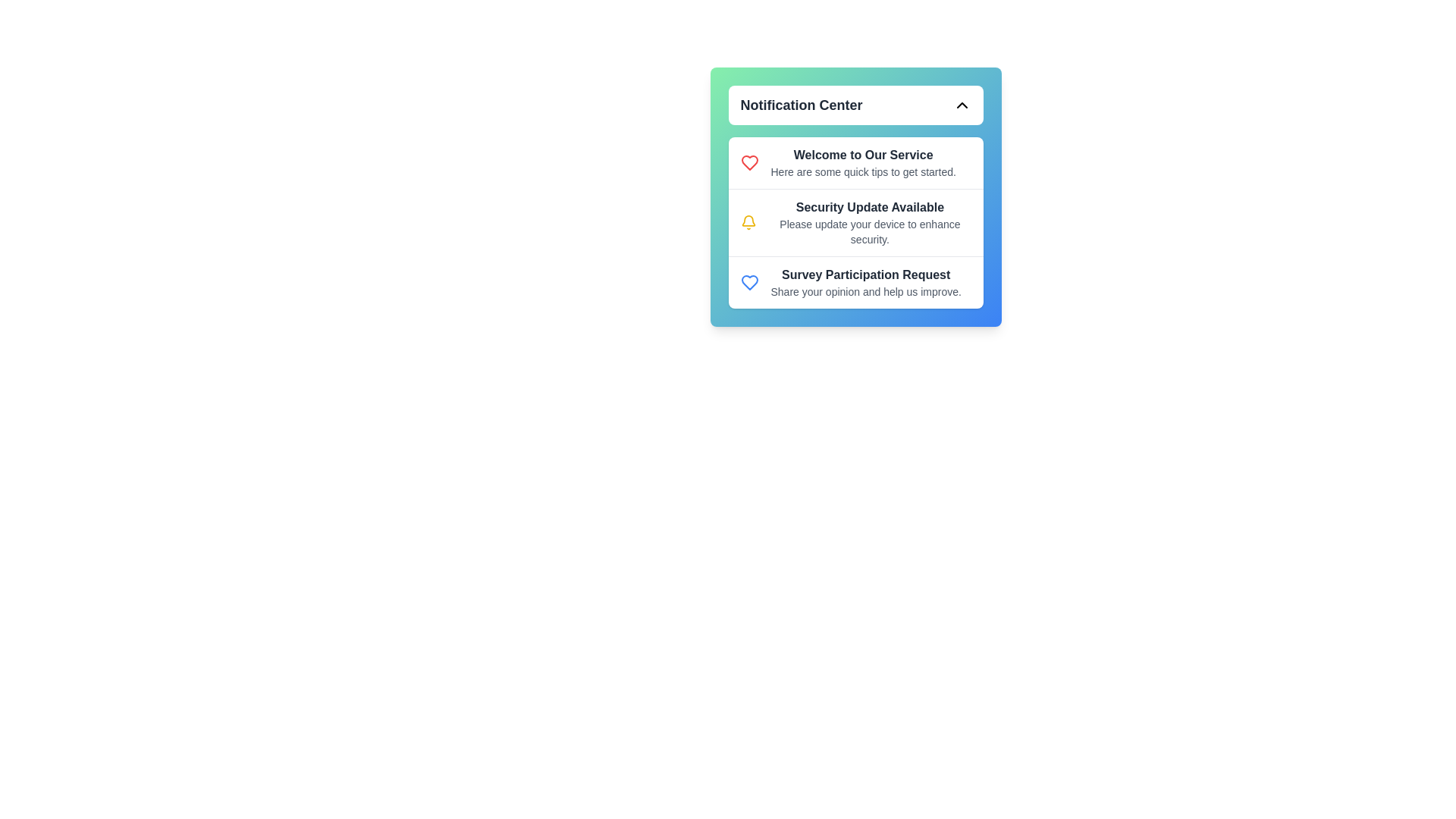 This screenshot has height=819, width=1456. I want to click on the header section of the notification menu to toggle its visibility, so click(855, 104).